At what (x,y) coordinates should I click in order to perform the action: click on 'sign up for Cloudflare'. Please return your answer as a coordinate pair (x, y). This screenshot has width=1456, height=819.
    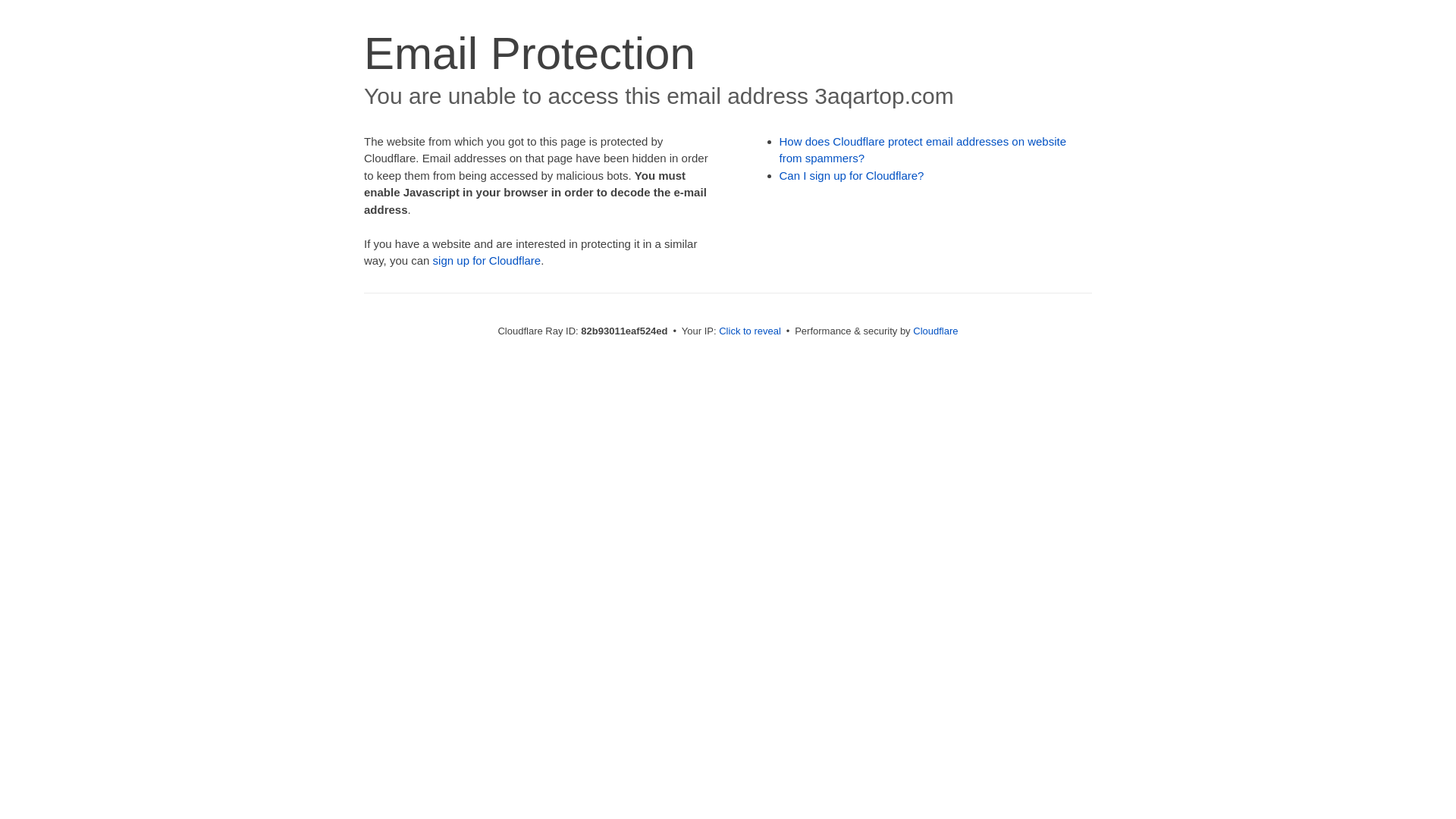
    Looking at the image, I should click on (487, 259).